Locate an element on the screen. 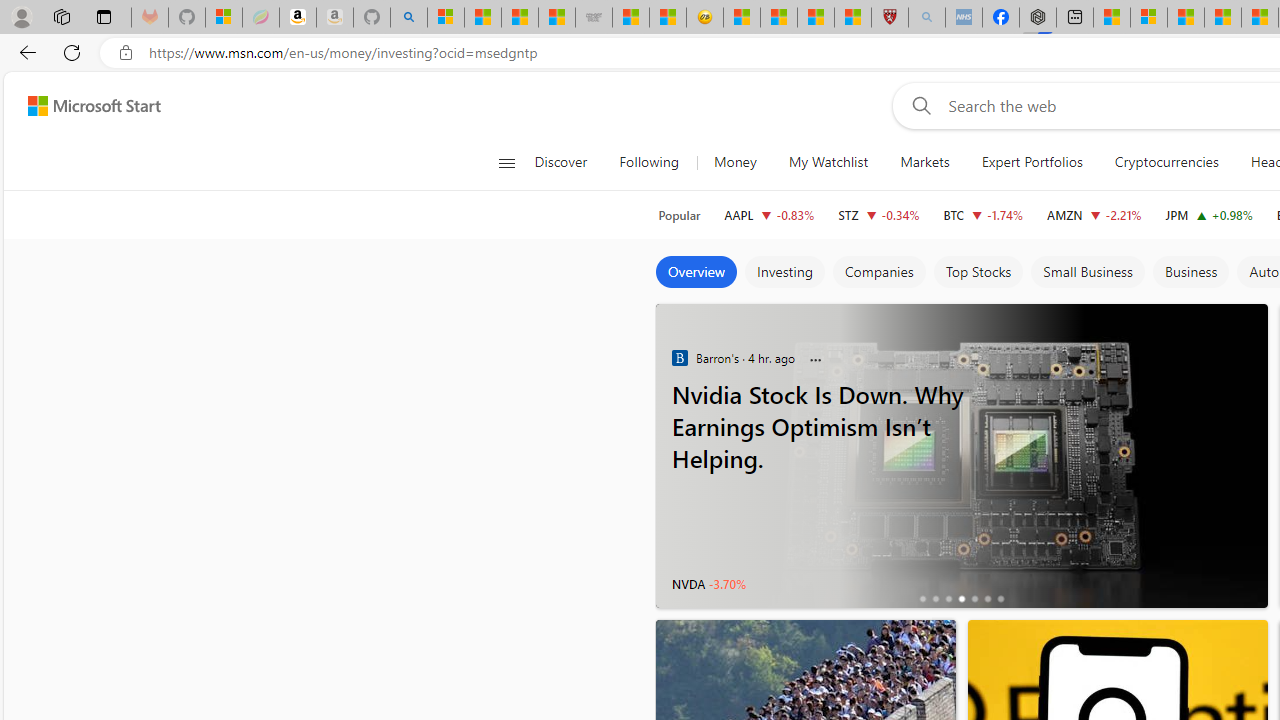  'Skip to content' is located at coordinates (86, 105).